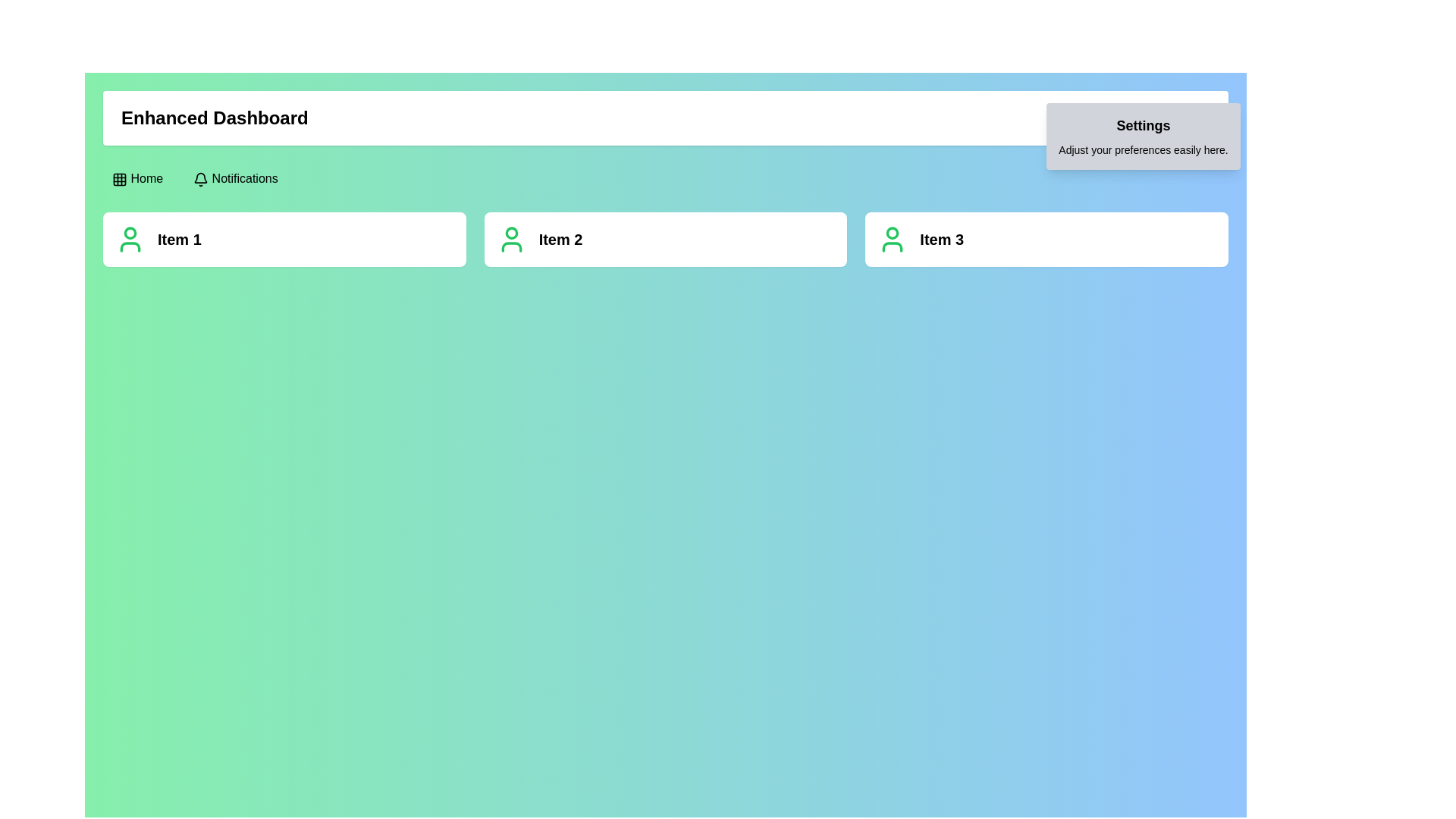  I want to click on text label 'Item 3' which is prominently displayed in bold font within the rightmost card of a group of three cards, located centrally to the right of a green user silhouette icon, so click(941, 239).